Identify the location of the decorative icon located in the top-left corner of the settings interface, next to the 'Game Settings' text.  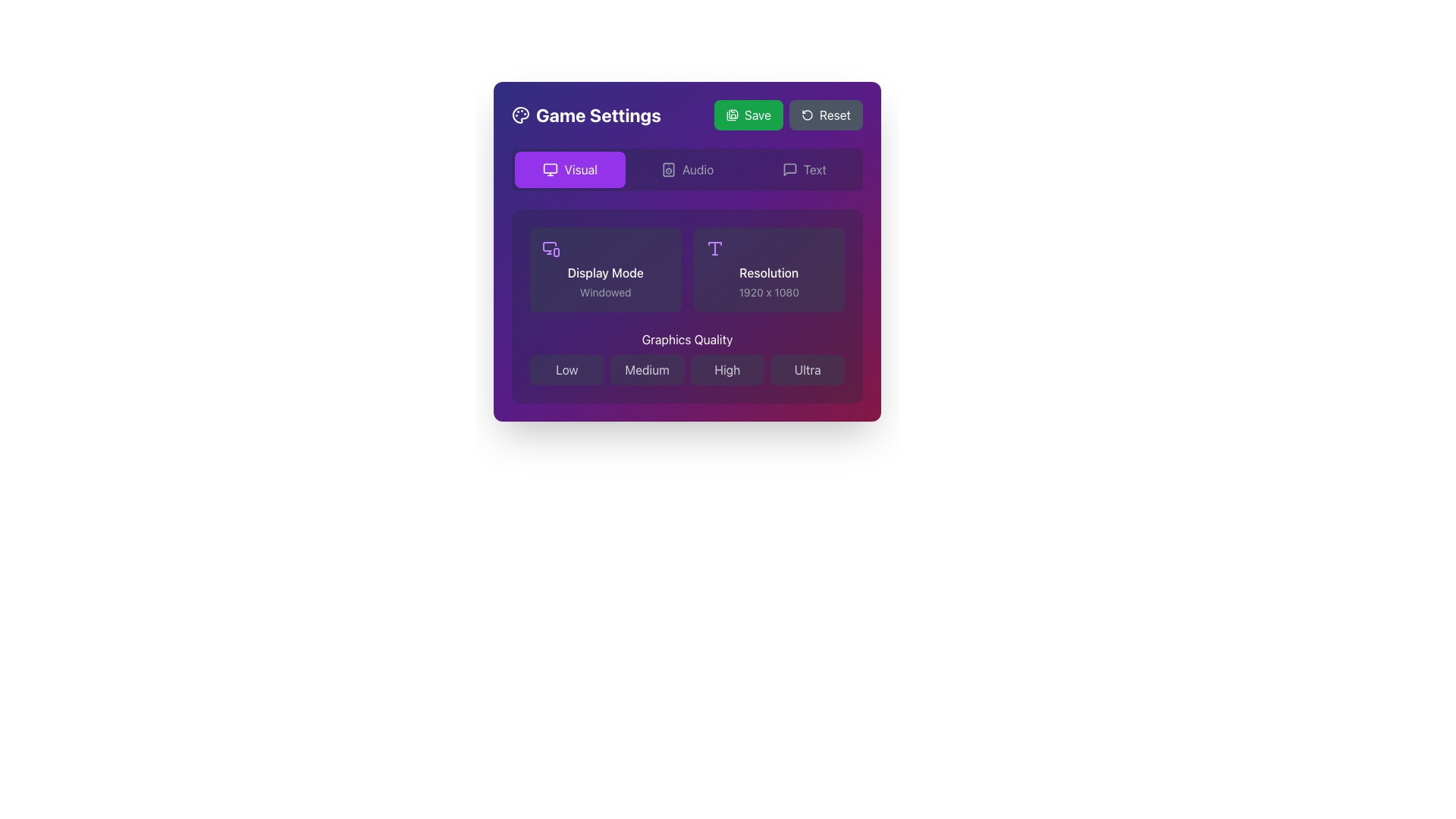
(520, 114).